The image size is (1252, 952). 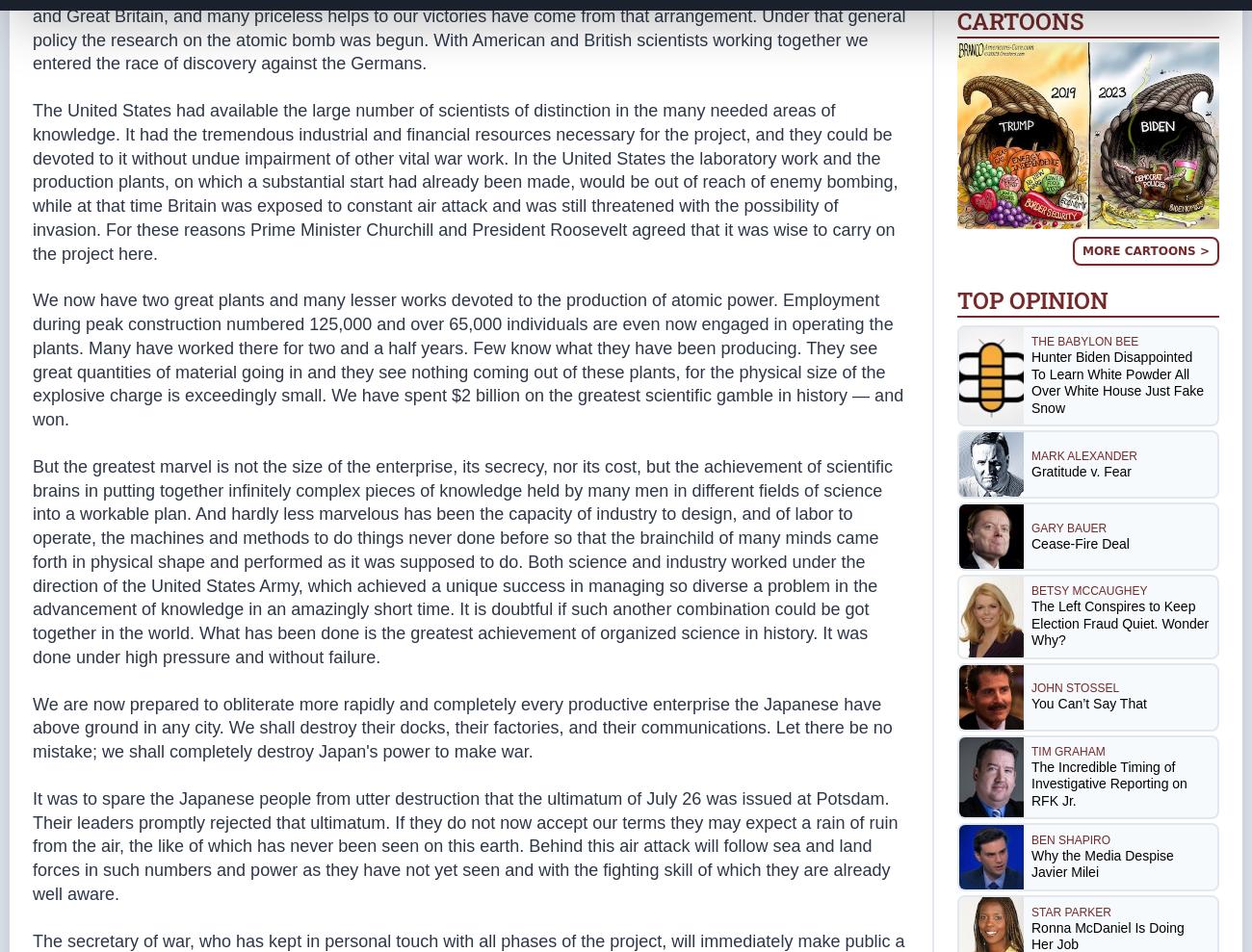 What do you see at coordinates (1080, 469) in the screenshot?
I see `'Gratitude v. Fear'` at bounding box center [1080, 469].